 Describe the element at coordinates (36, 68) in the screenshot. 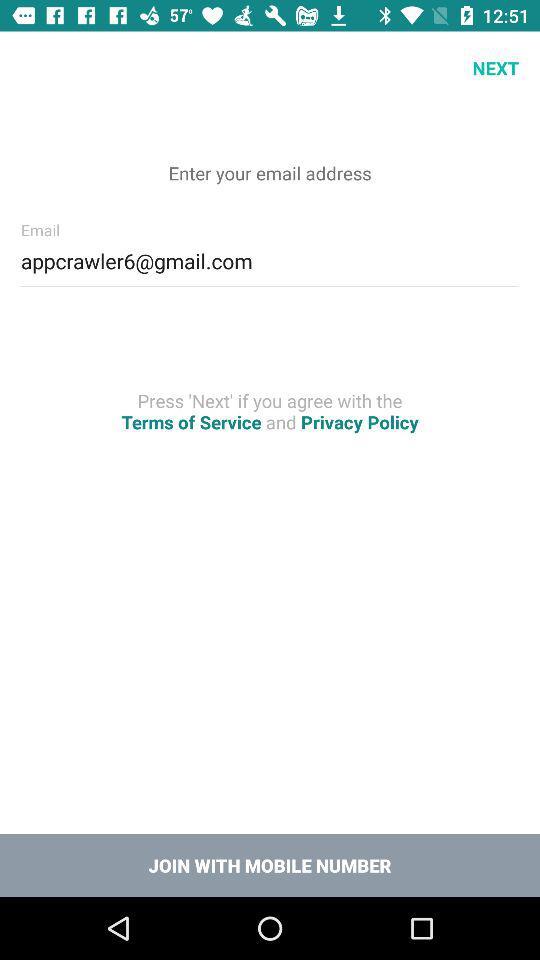

I see `icon at the top left corner` at that location.